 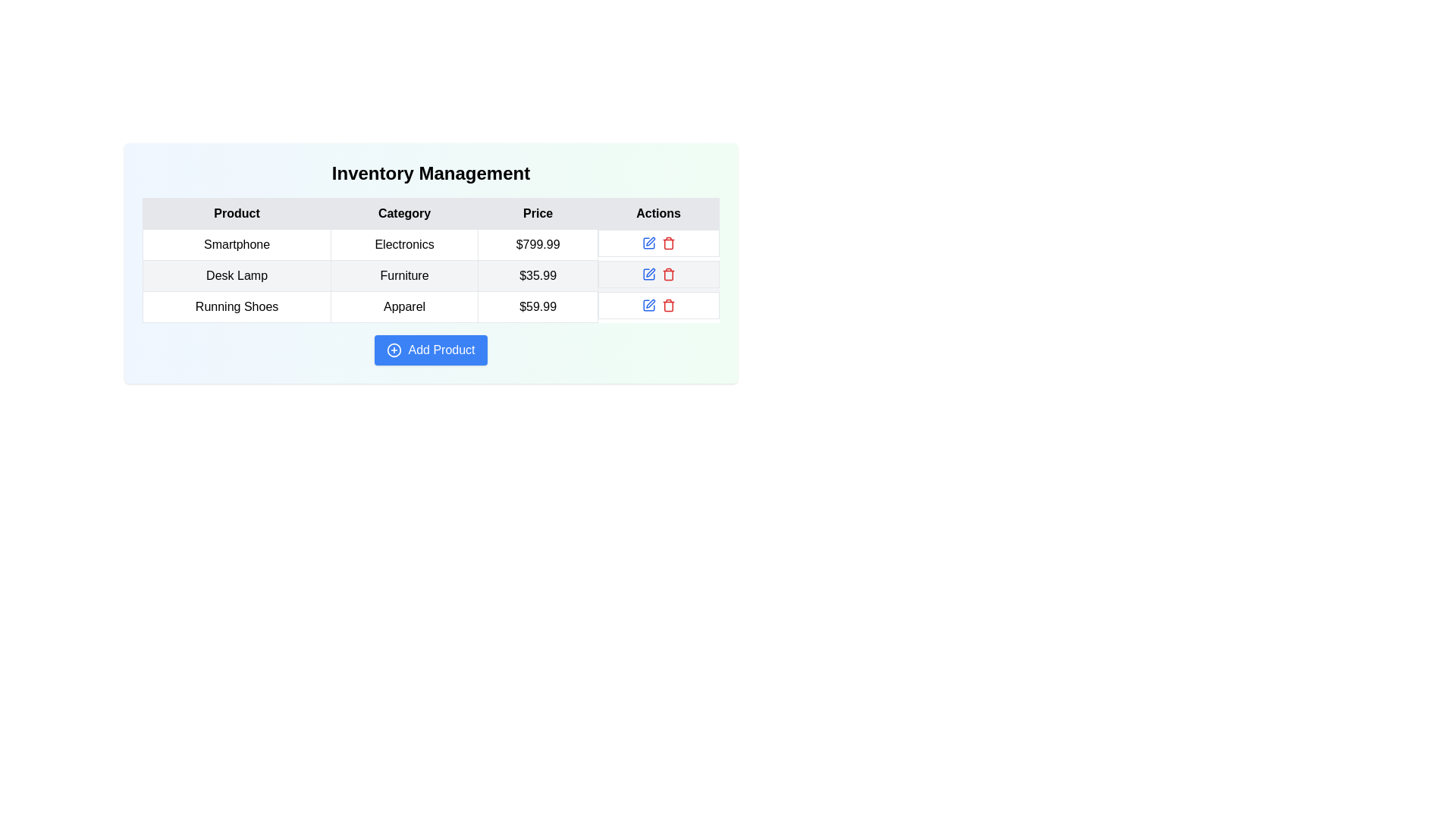 What do you see at coordinates (667, 274) in the screenshot?
I see `the delete icon-based button located in the 'Actions' column of the second row in the table` at bounding box center [667, 274].